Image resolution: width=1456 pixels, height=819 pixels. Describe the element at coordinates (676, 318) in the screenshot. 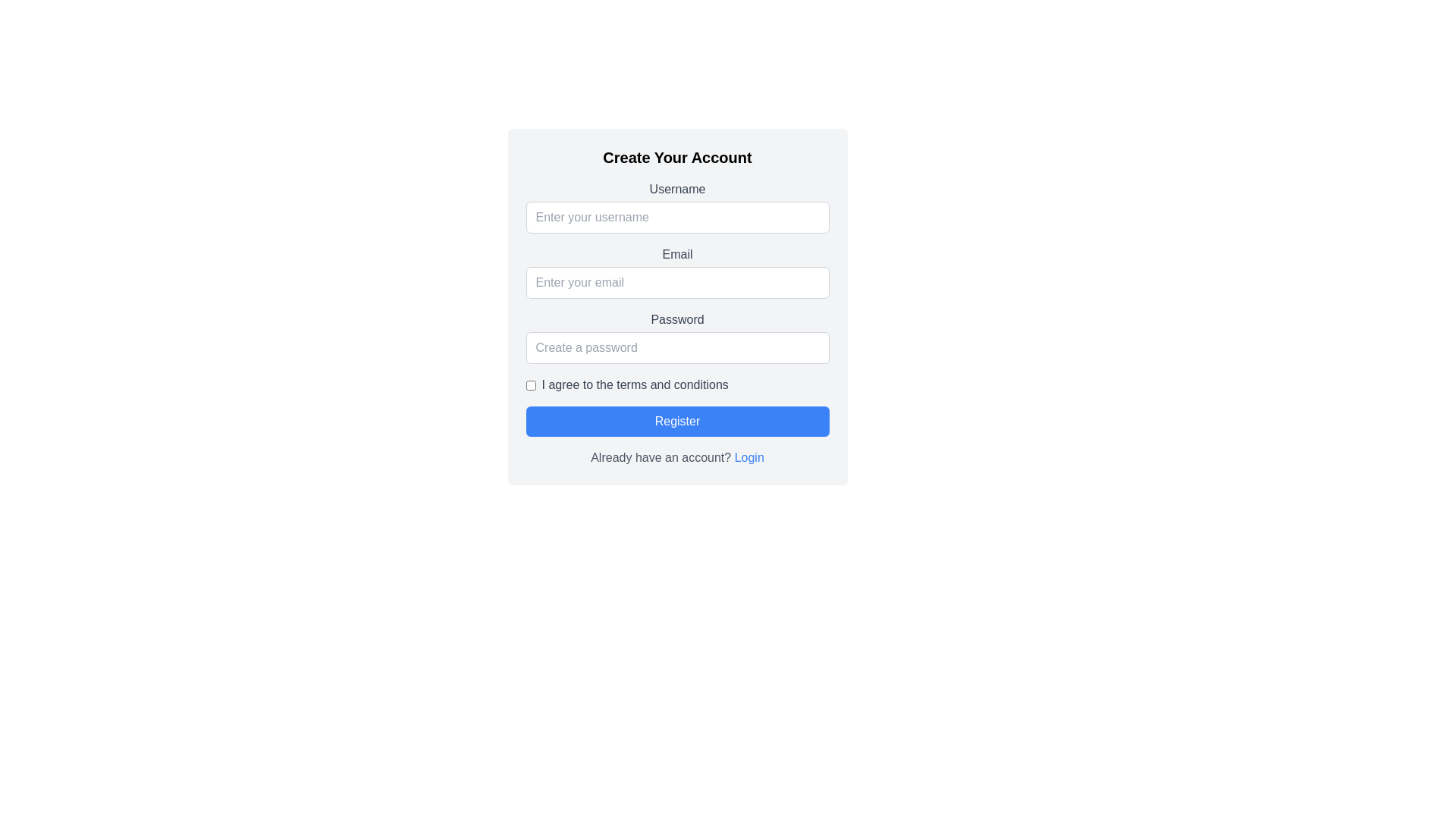

I see `the 'Password' label, which is a medium-weight, gray-colored text positioned above the password input field` at that location.